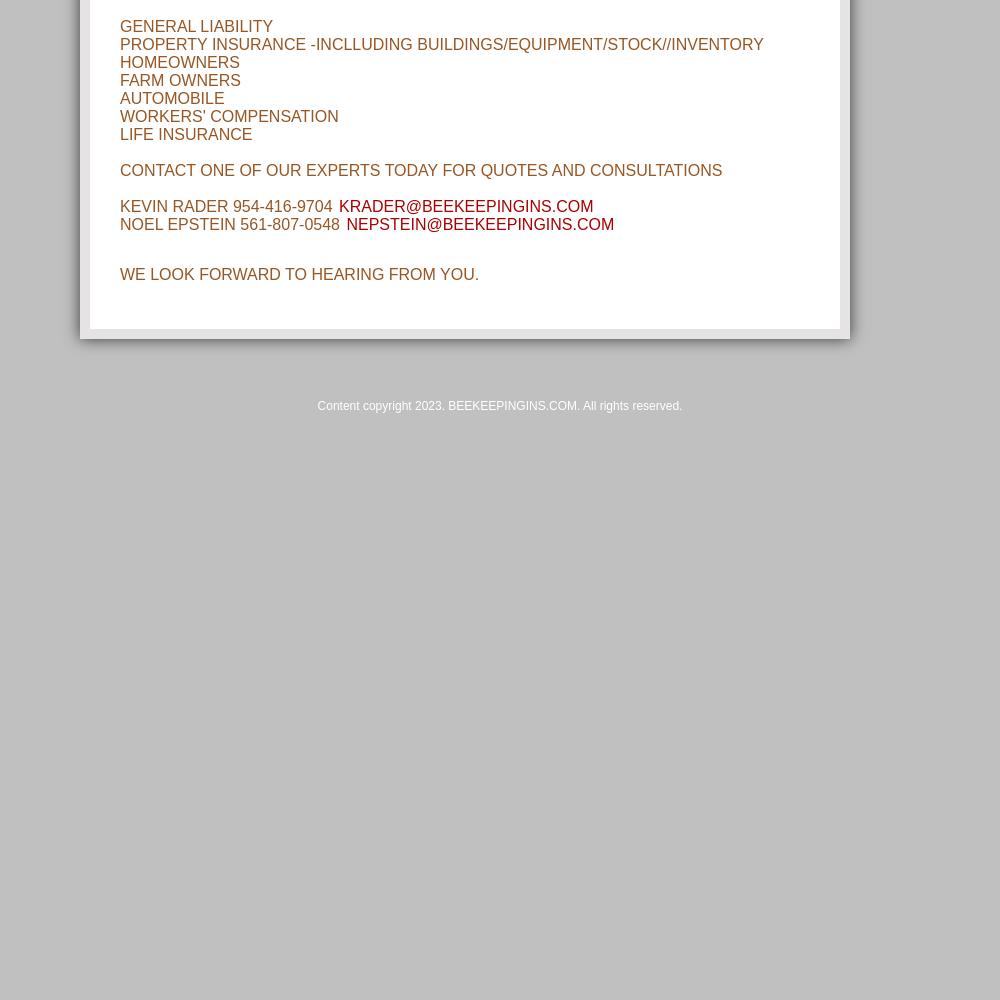 This screenshot has width=1000, height=1000. Describe the element at coordinates (231, 223) in the screenshot. I see `'NOEL EPSTEIN 561-807-0548'` at that location.